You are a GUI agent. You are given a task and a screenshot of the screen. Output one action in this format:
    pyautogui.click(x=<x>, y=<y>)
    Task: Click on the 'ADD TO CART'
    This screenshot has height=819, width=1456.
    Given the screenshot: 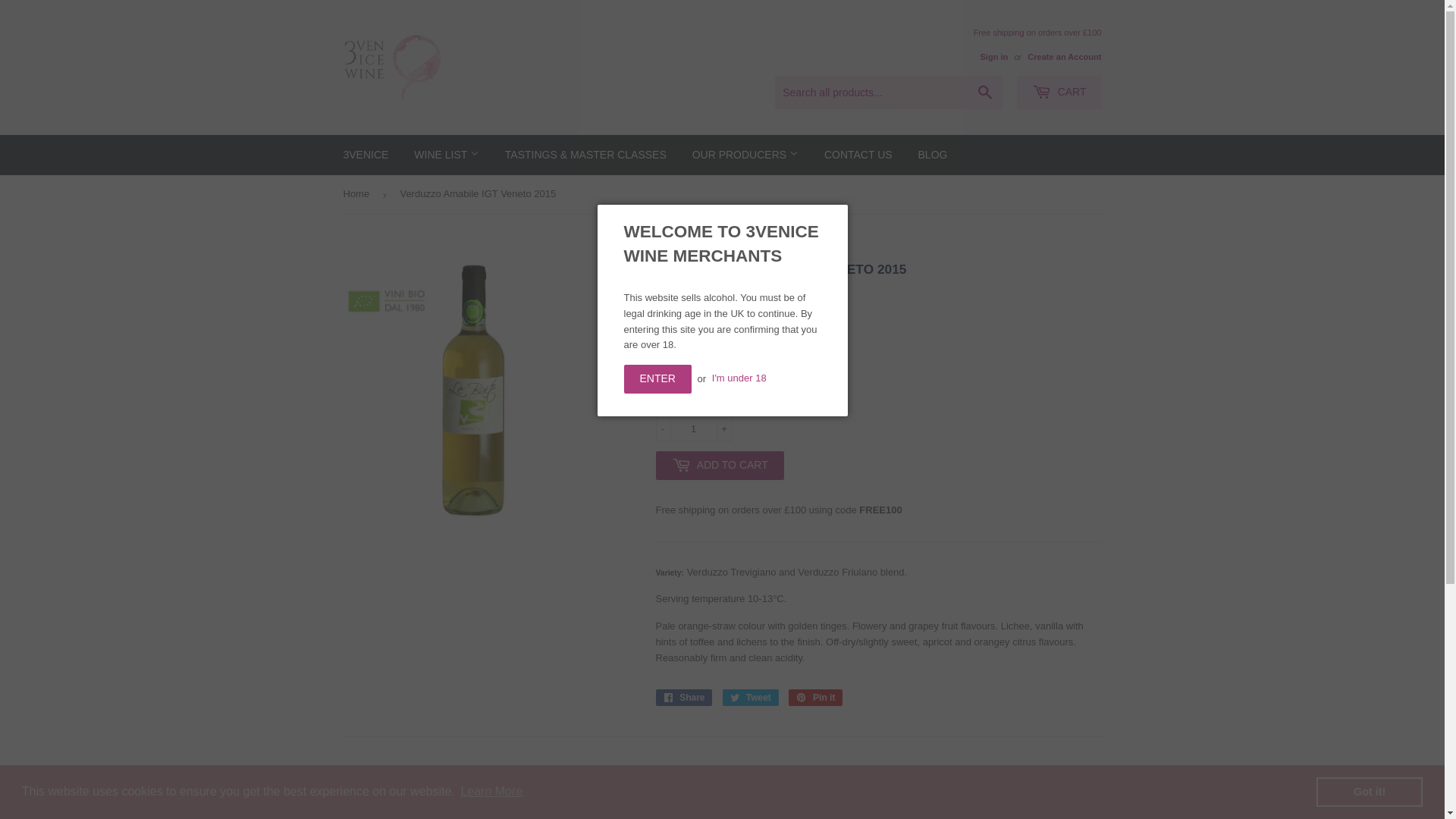 What is the action you would take?
    pyautogui.click(x=718, y=464)
    